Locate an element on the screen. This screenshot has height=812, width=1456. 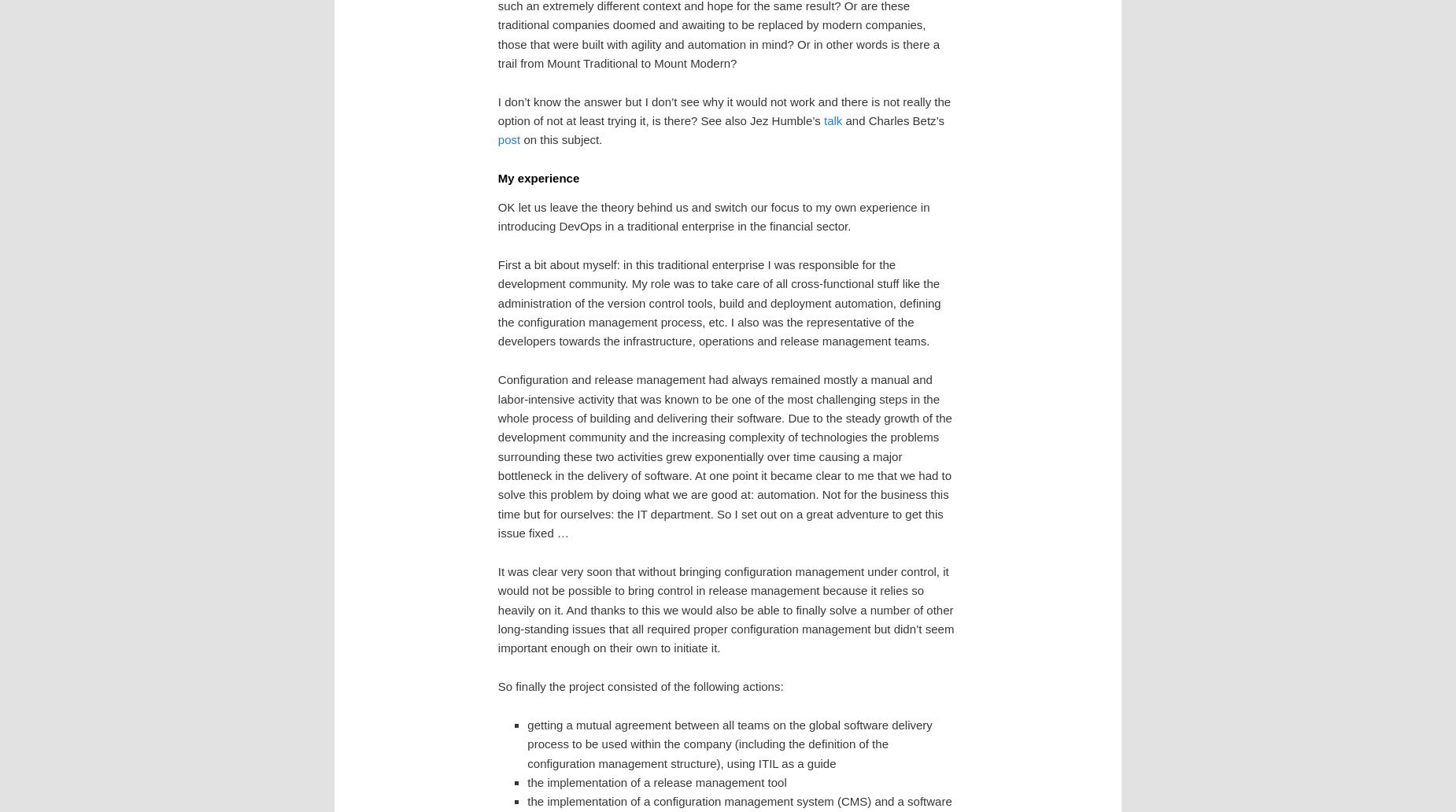
'My experience' is located at coordinates (538, 177).